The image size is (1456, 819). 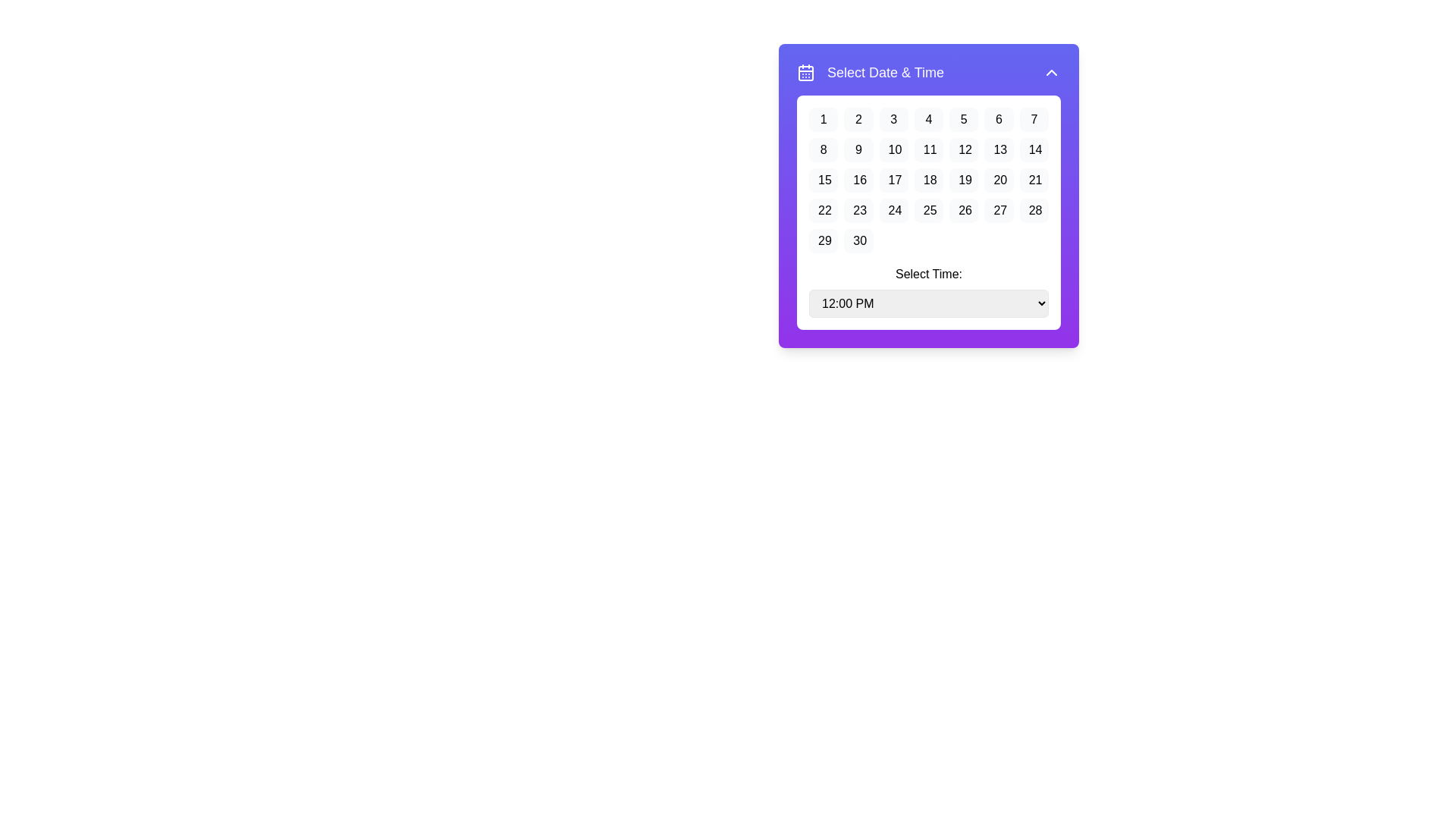 What do you see at coordinates (858, 240) in the screenshot?
I see `the button labeled '30' with rounded corners` at bounding box center [858, 240].